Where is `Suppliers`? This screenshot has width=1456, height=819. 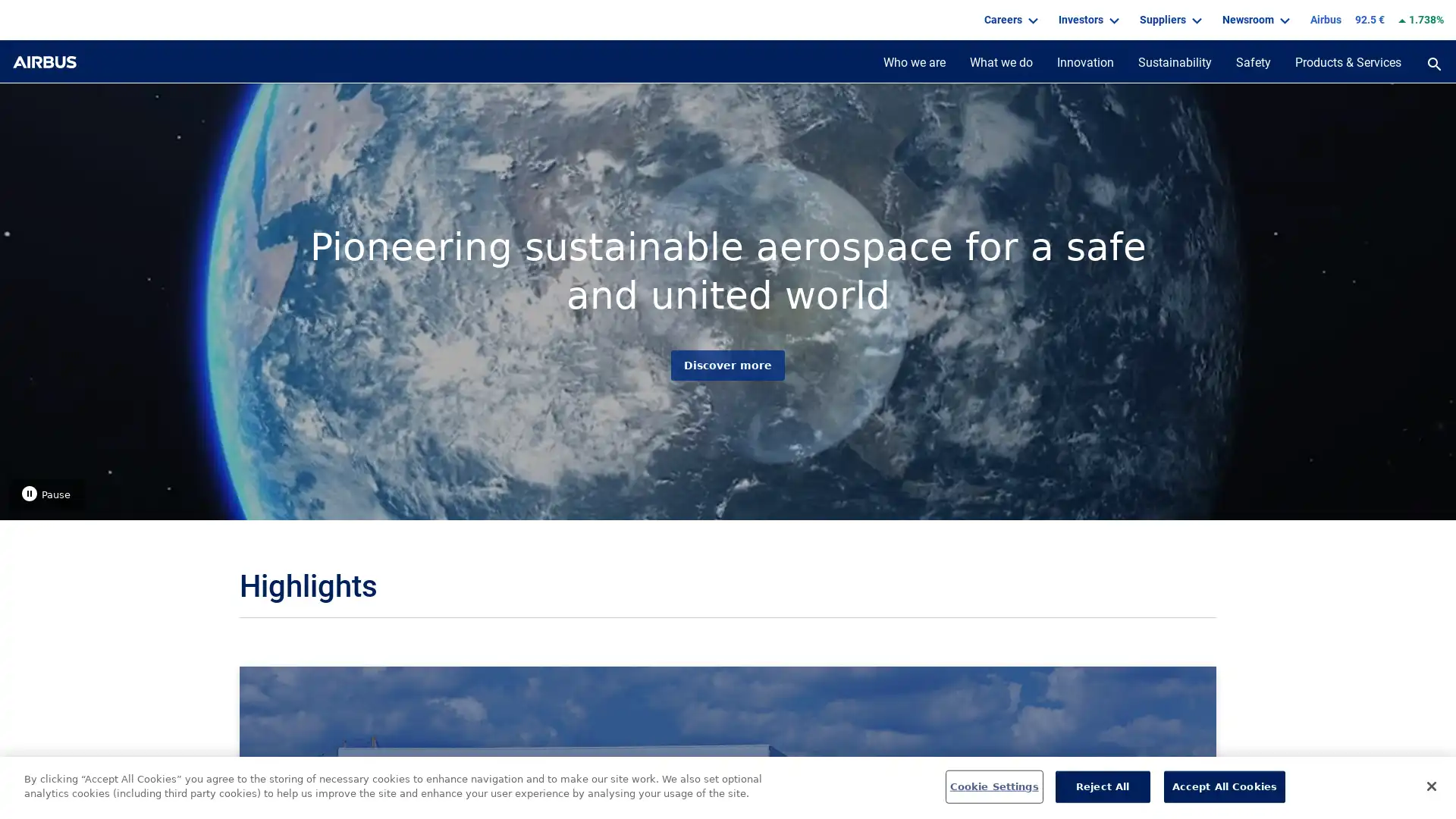
Suppliers is located at coordinates (1168, 20).